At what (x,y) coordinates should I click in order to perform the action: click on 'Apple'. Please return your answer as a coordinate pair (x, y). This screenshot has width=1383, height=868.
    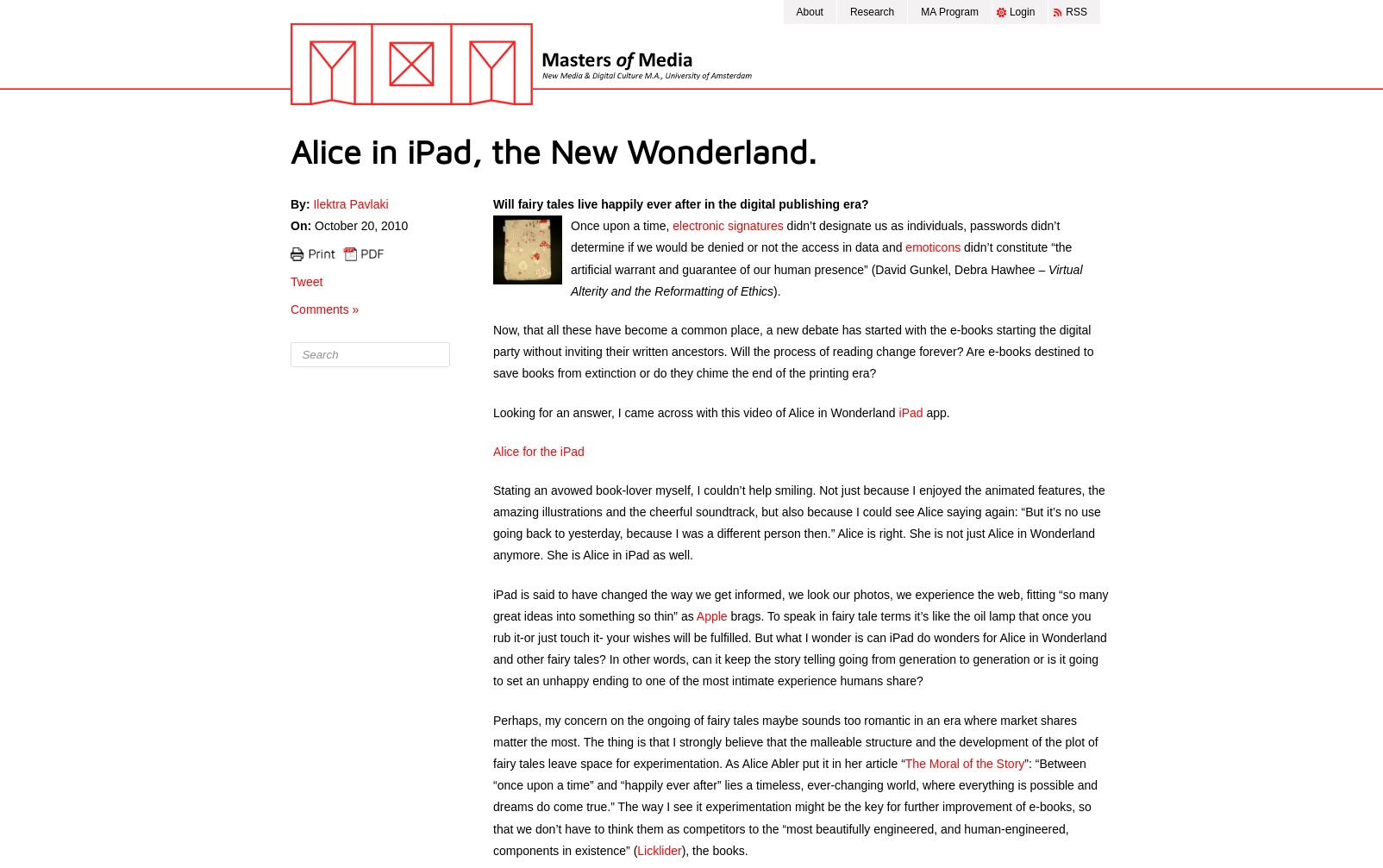
    Looking at the image, I should click on (710, 614).